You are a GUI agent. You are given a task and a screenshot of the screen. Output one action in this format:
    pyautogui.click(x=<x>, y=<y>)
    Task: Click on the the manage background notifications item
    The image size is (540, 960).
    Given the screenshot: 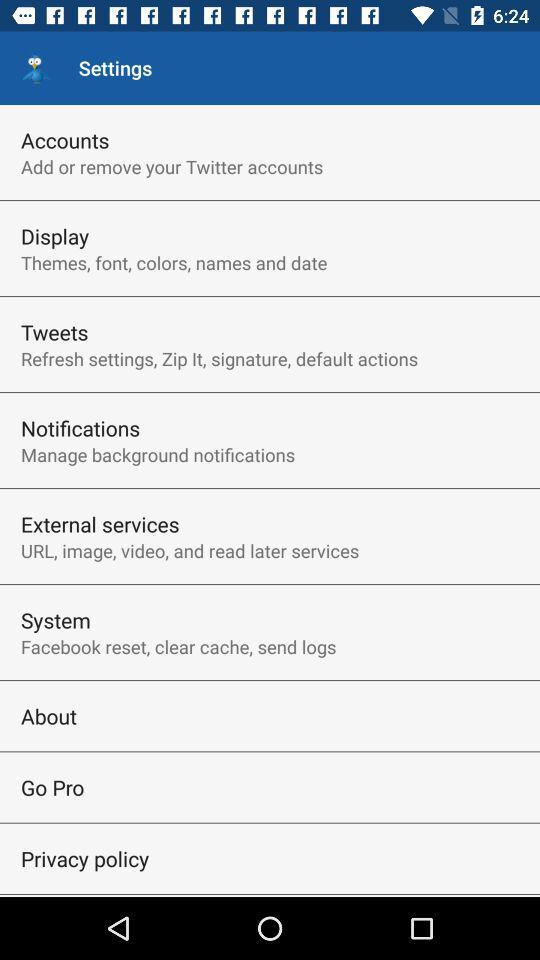 What is the action you would take?
    pyautogui.click(x=157, y=454)
    